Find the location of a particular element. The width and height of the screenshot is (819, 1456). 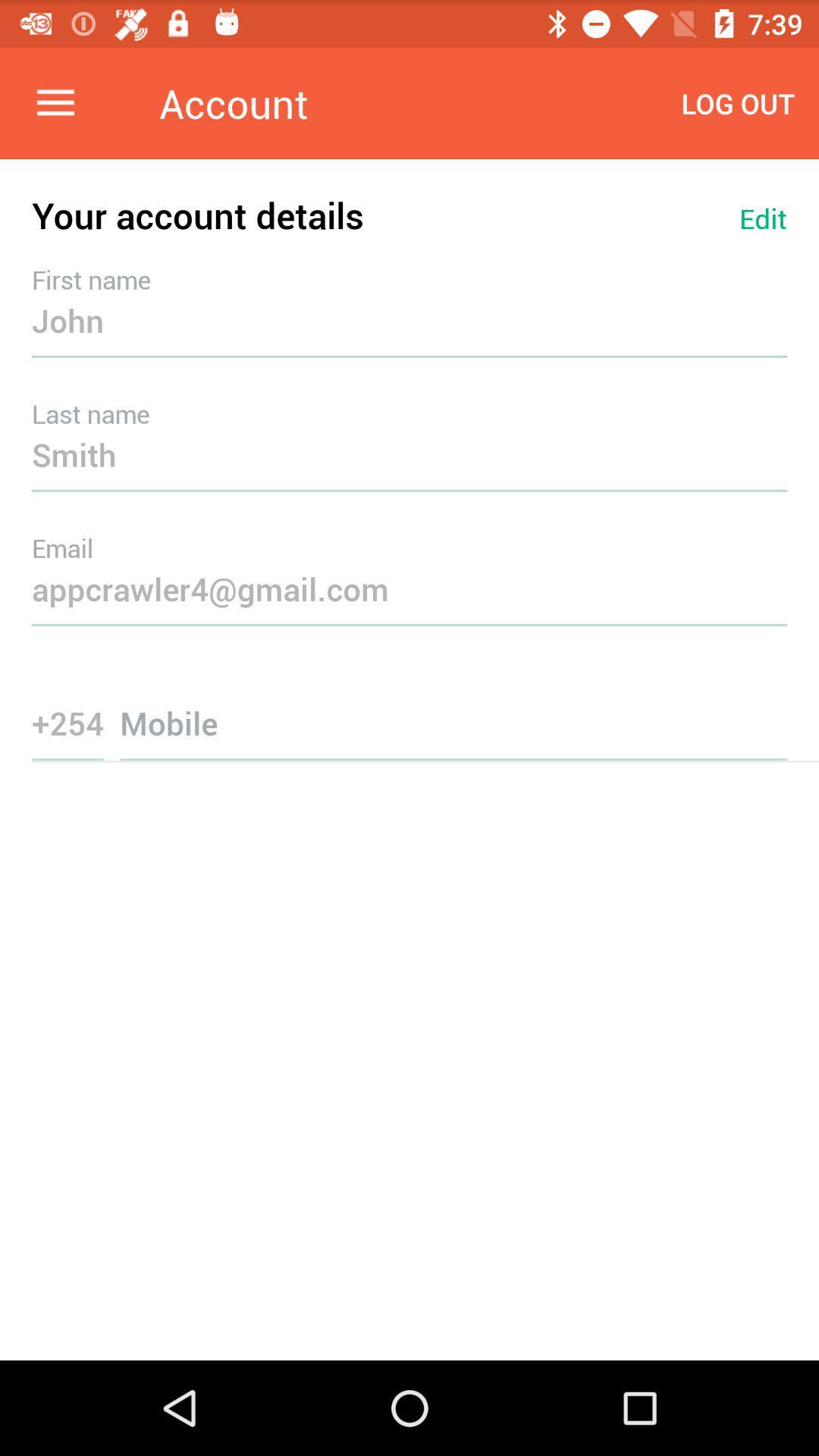

the item next to the your account details item is located at coordinates (763, 218).